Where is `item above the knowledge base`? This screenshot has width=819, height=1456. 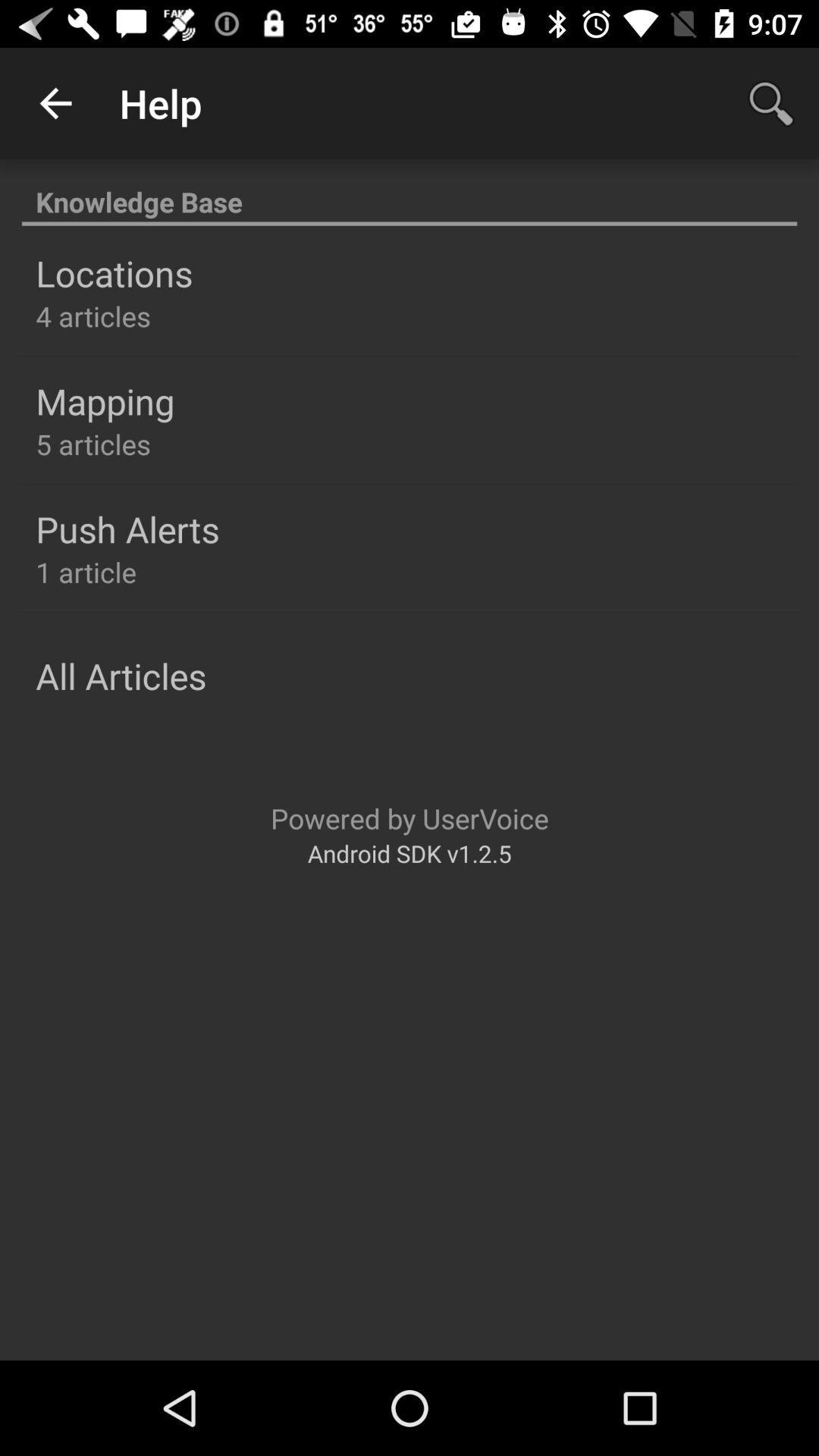 item above the knowledge base is located at coordinates (55, 102).